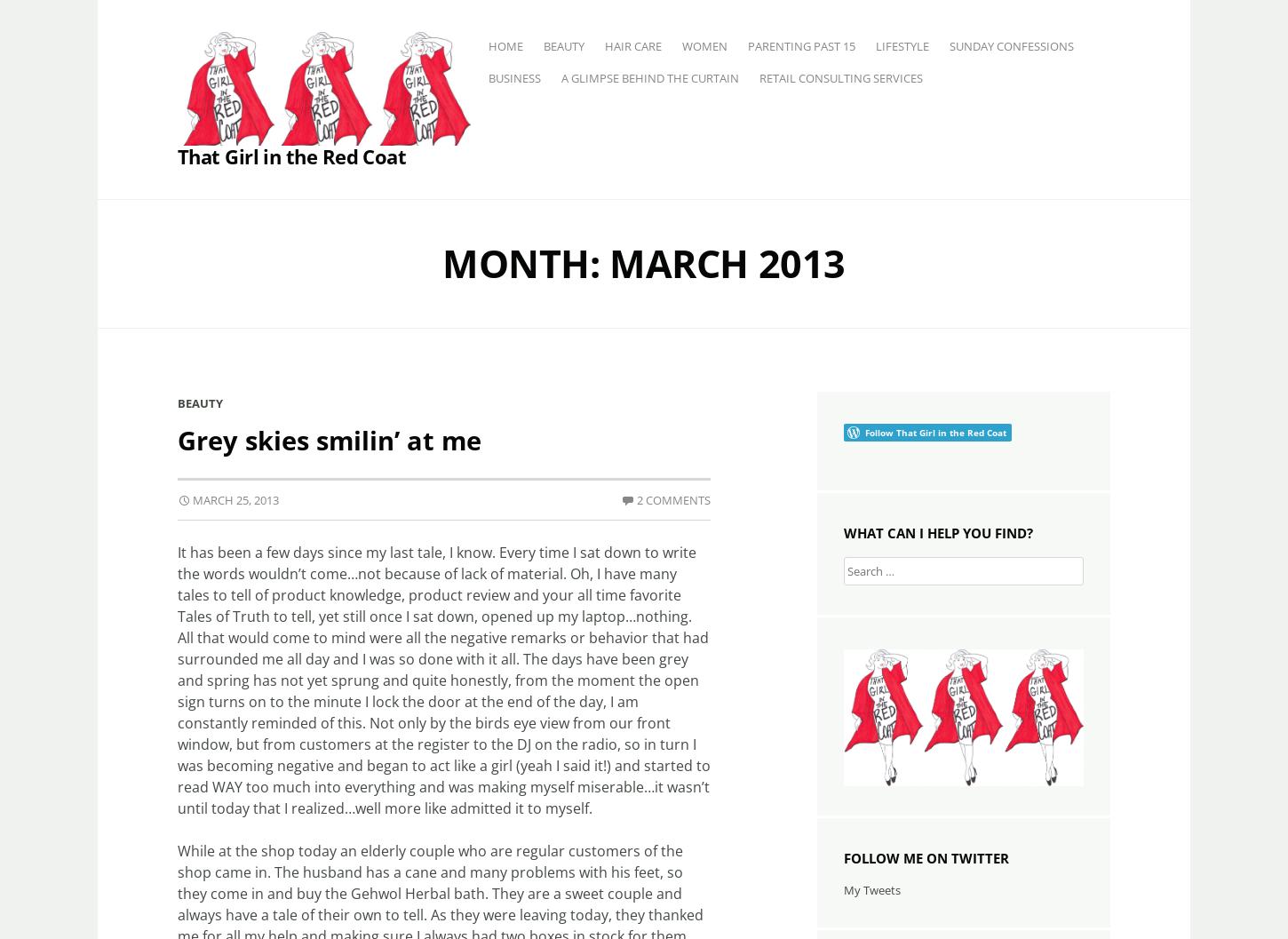 This screenshot has width=1288, height=939. What do you see at coordinates (727, 262) in the screenshot?
I see `'March 2013'` at bounding box center [727, 262].